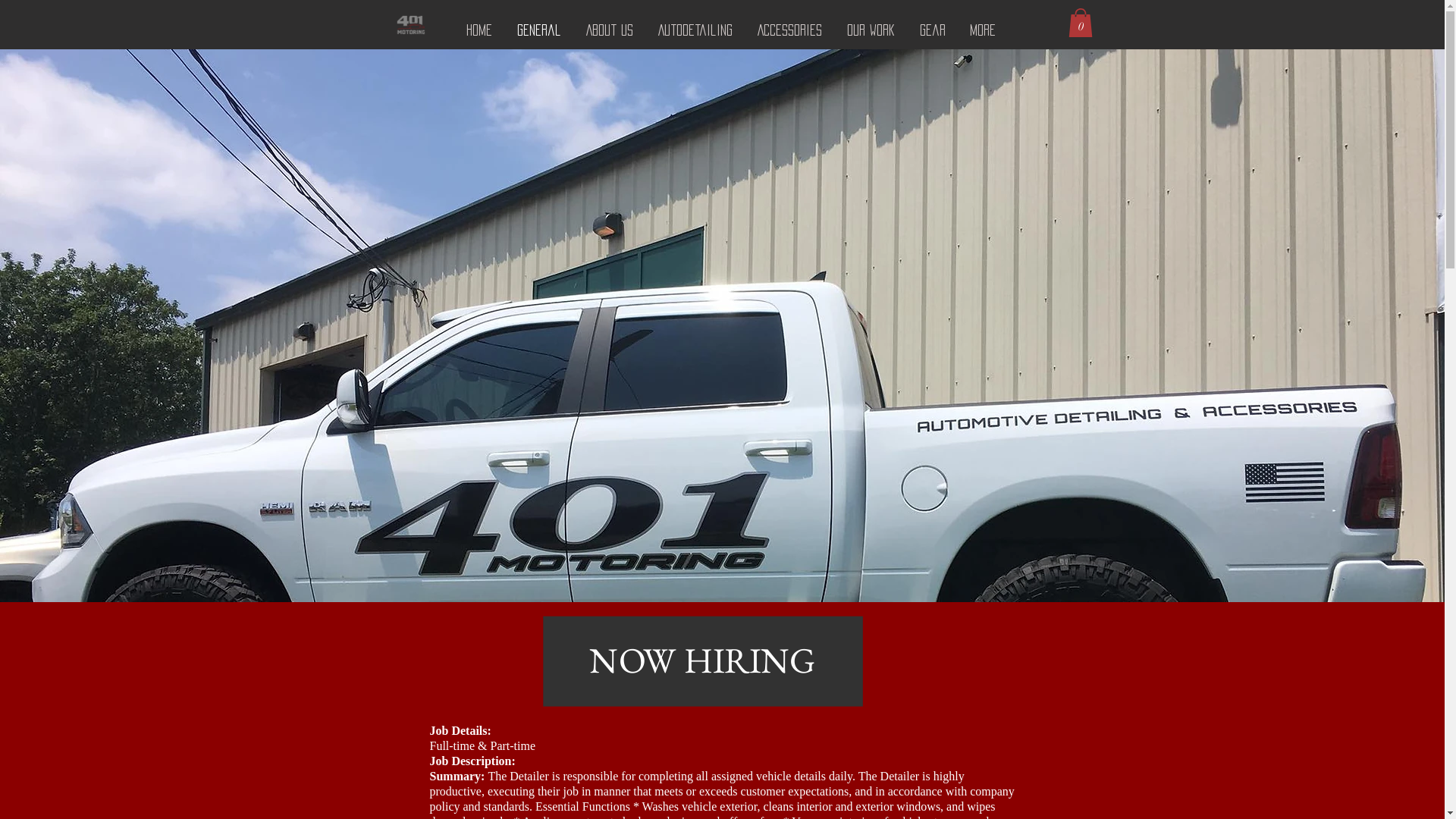  I want to click on 'Home', so click(453, 30).